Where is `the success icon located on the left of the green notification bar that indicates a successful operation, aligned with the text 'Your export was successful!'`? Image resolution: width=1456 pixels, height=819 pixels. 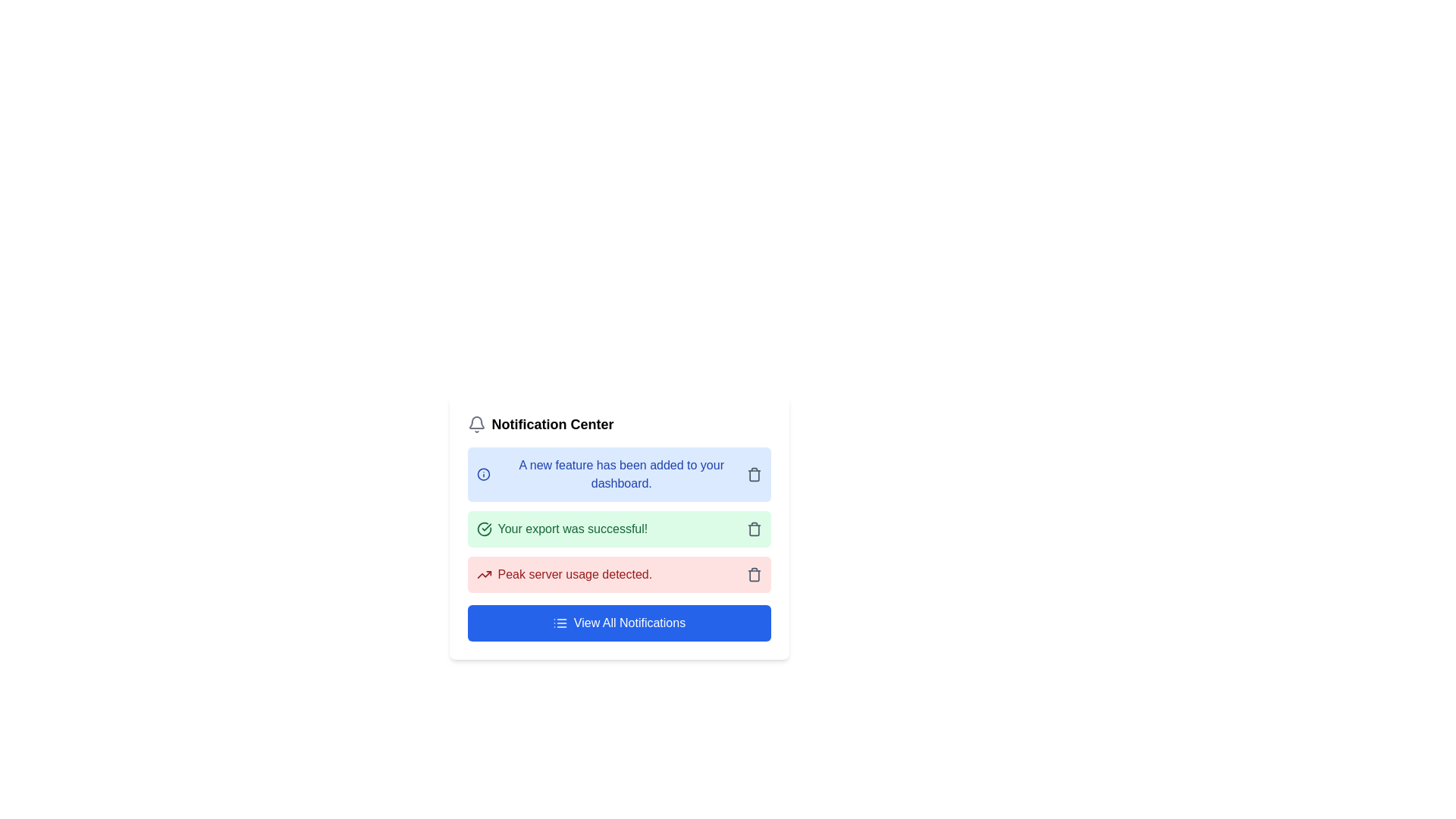
the success icon located on the left of the green notification bar that indicates a successful operation, aligned with the text 'Your export was successful!' is located at coordinates (483, 529).